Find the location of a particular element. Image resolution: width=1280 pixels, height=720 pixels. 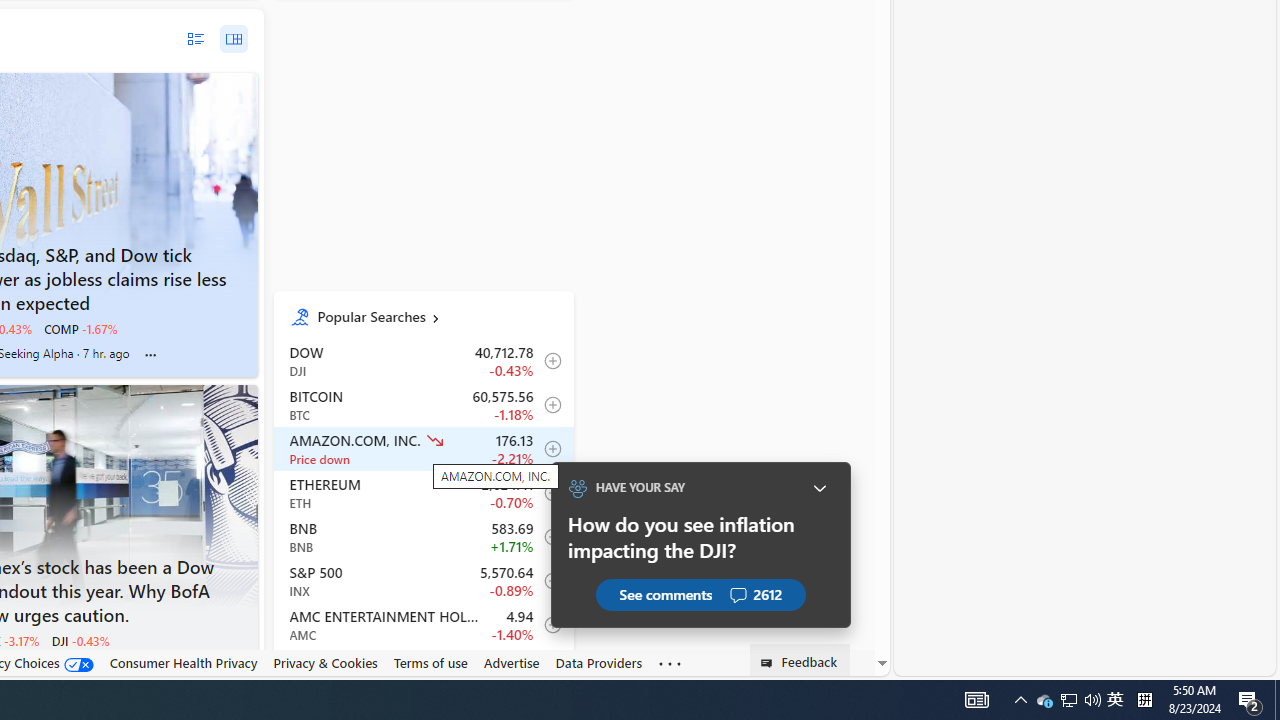

'Class: feedback_link_icon-DS-EntryPoint1-1' is located at coordinates (769, 663).